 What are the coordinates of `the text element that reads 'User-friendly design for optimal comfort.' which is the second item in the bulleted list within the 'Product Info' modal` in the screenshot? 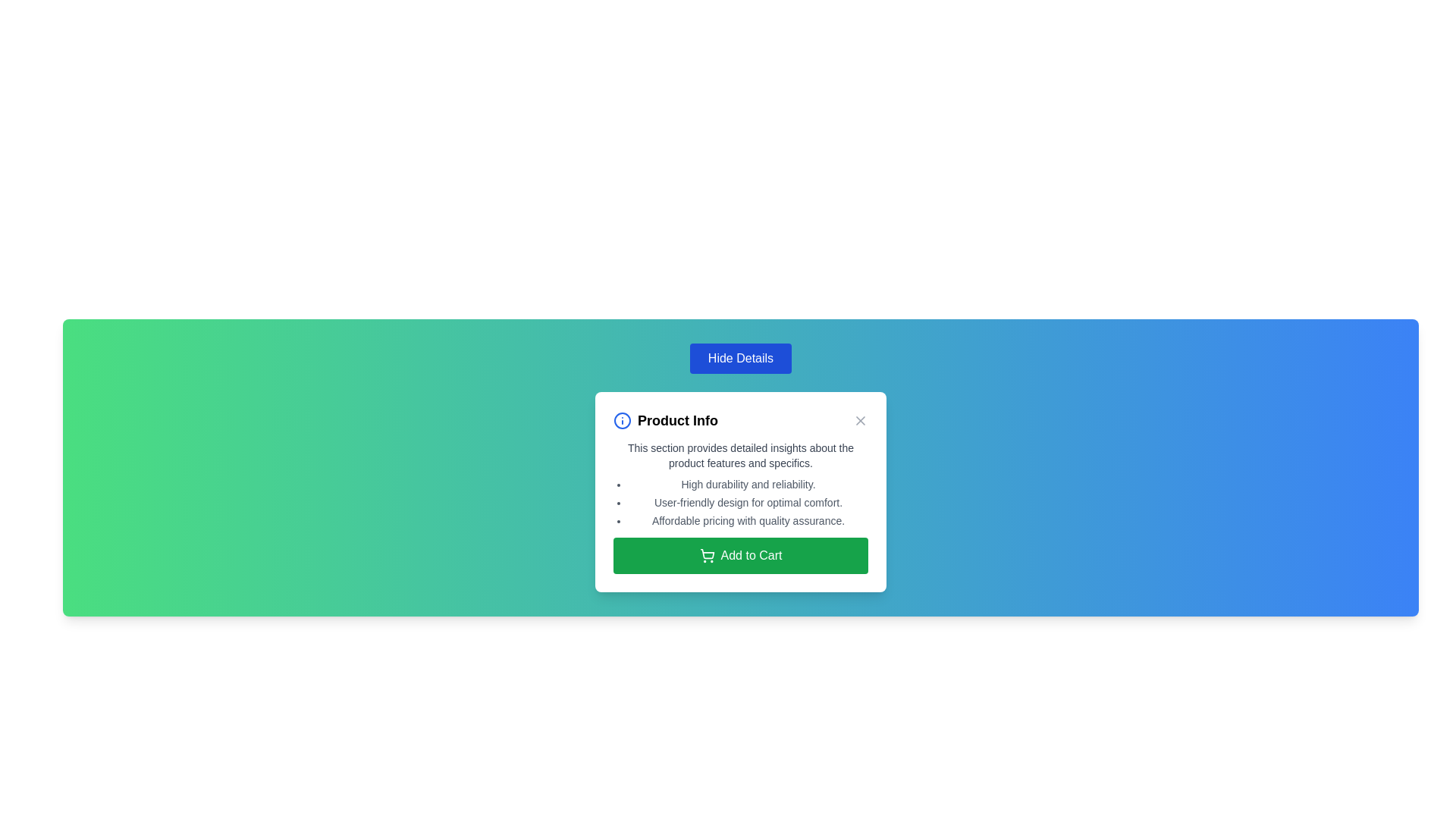 It's located at (748, 503).